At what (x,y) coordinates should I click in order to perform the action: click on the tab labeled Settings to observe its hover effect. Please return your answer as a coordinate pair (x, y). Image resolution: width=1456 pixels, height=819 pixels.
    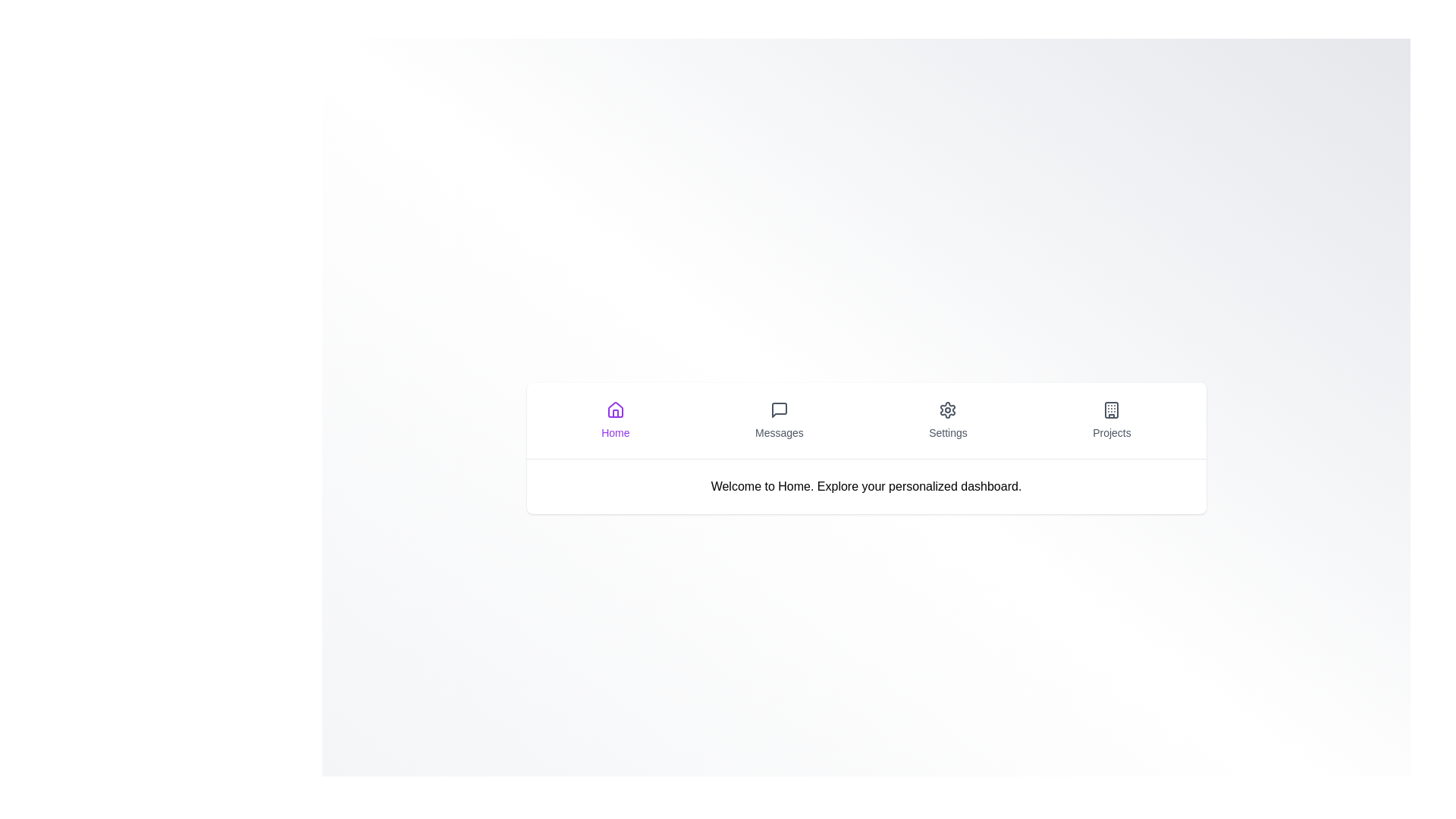
    Looking at the image, I should click on (947, 420).